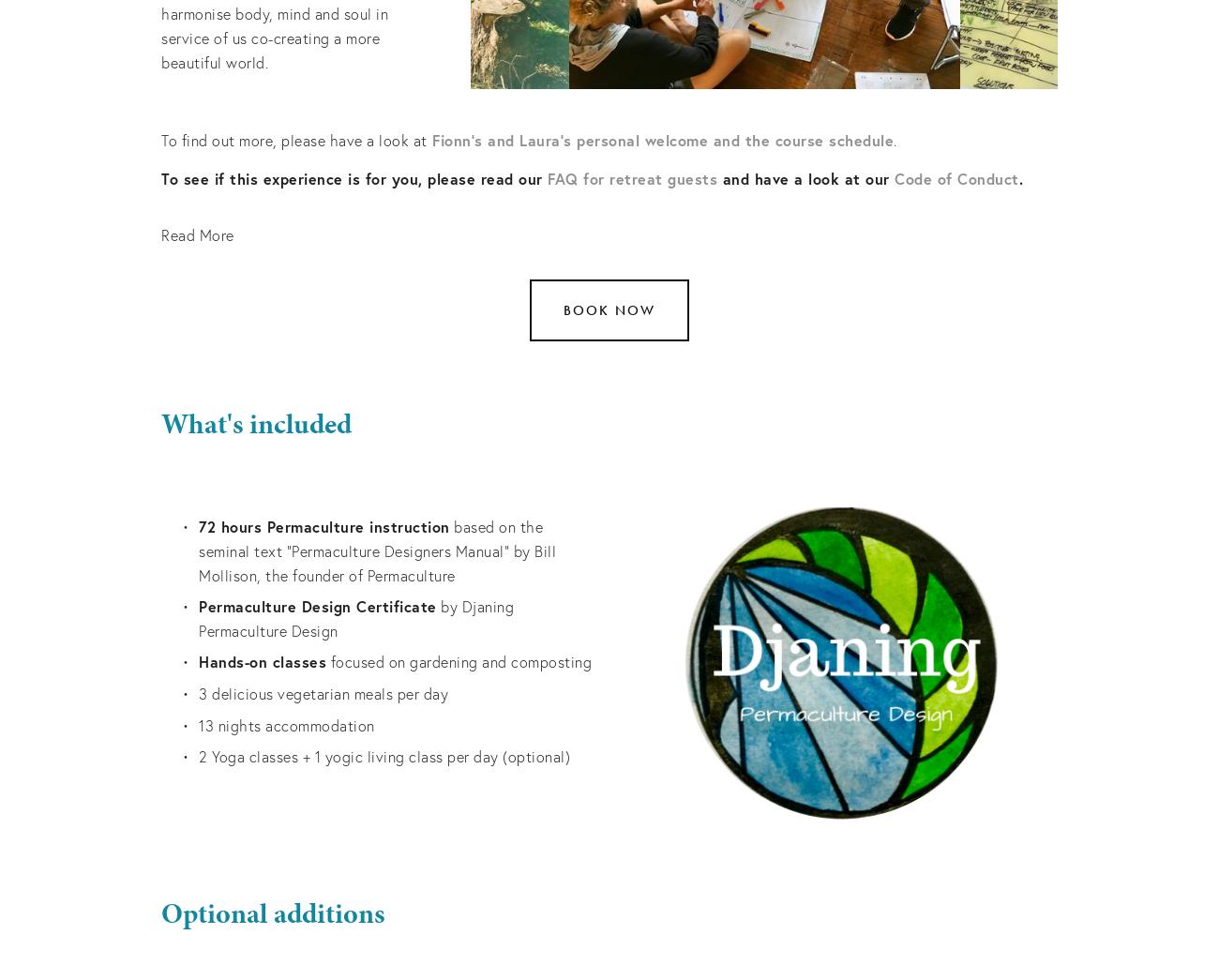  Describe the element at coordinates (323, 691) in the screenshot. I see `'3 delicious vegetarian meals per day'` at that location.